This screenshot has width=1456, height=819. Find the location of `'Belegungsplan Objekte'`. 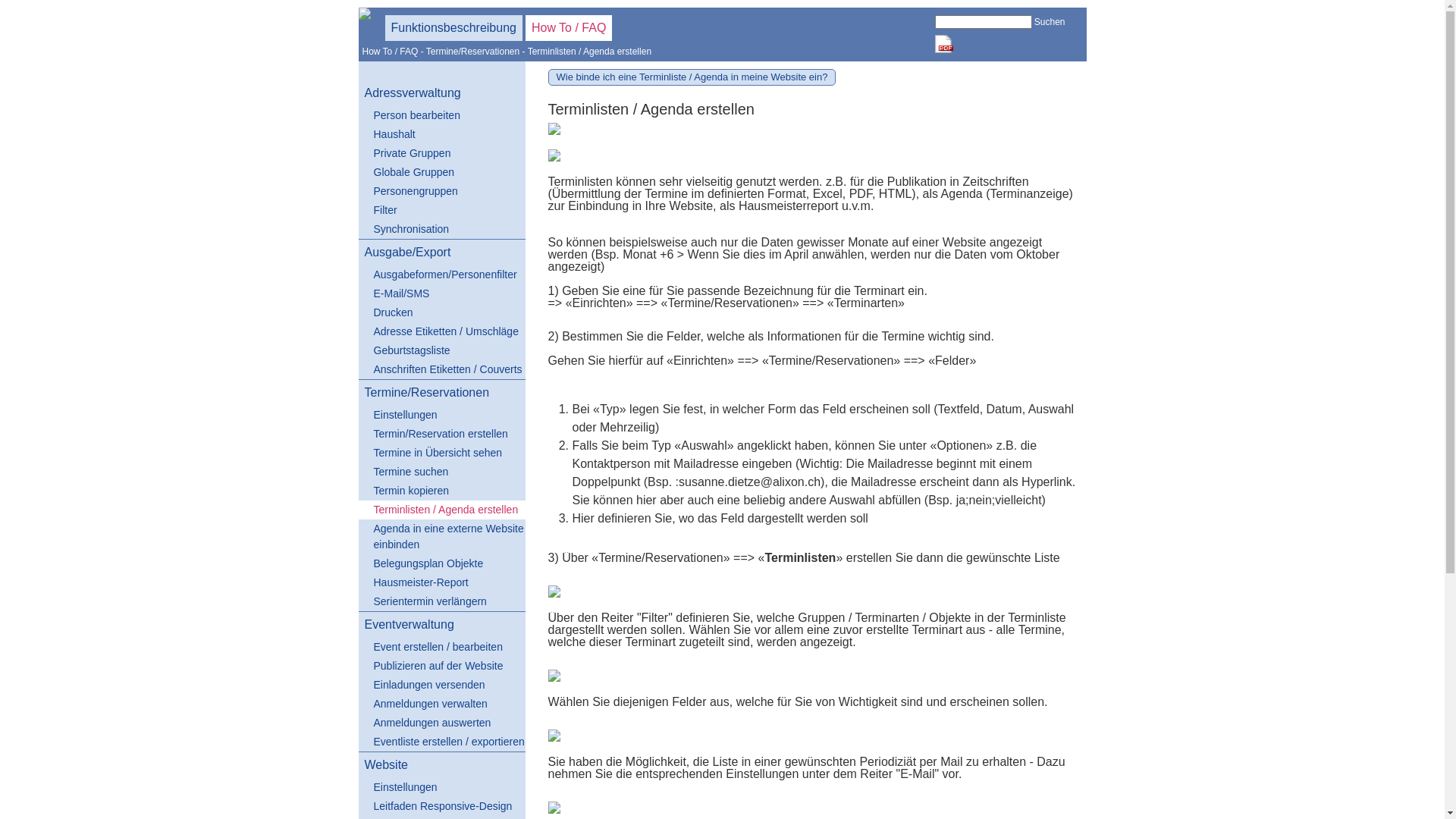

'Belegungsplan Objekte' is located at coordinates (440, 563).